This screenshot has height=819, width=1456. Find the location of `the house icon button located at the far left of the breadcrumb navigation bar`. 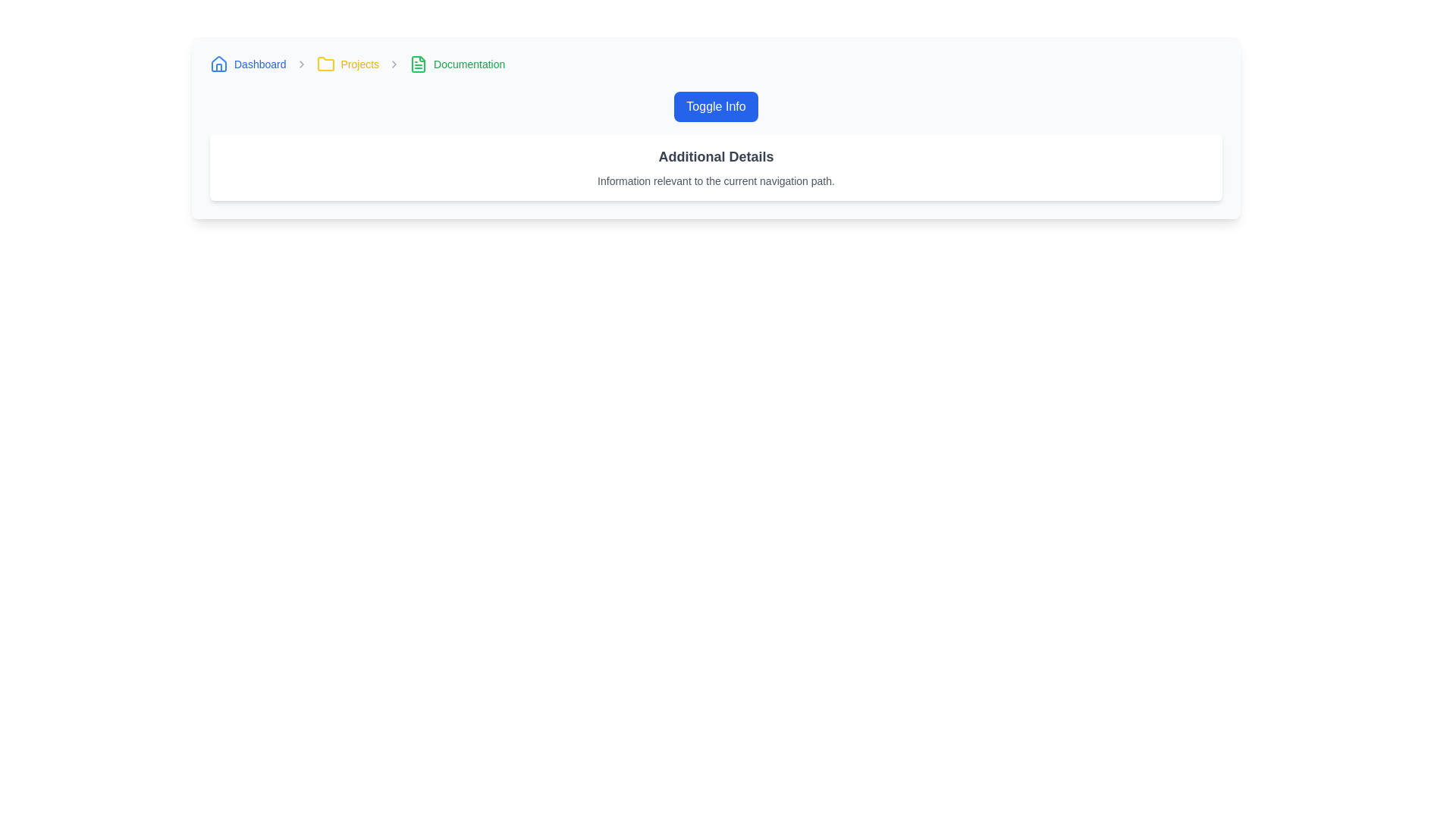

the house icon button located at the far left of the breadcrumb navigation bar is located at coordinates (218, 63).